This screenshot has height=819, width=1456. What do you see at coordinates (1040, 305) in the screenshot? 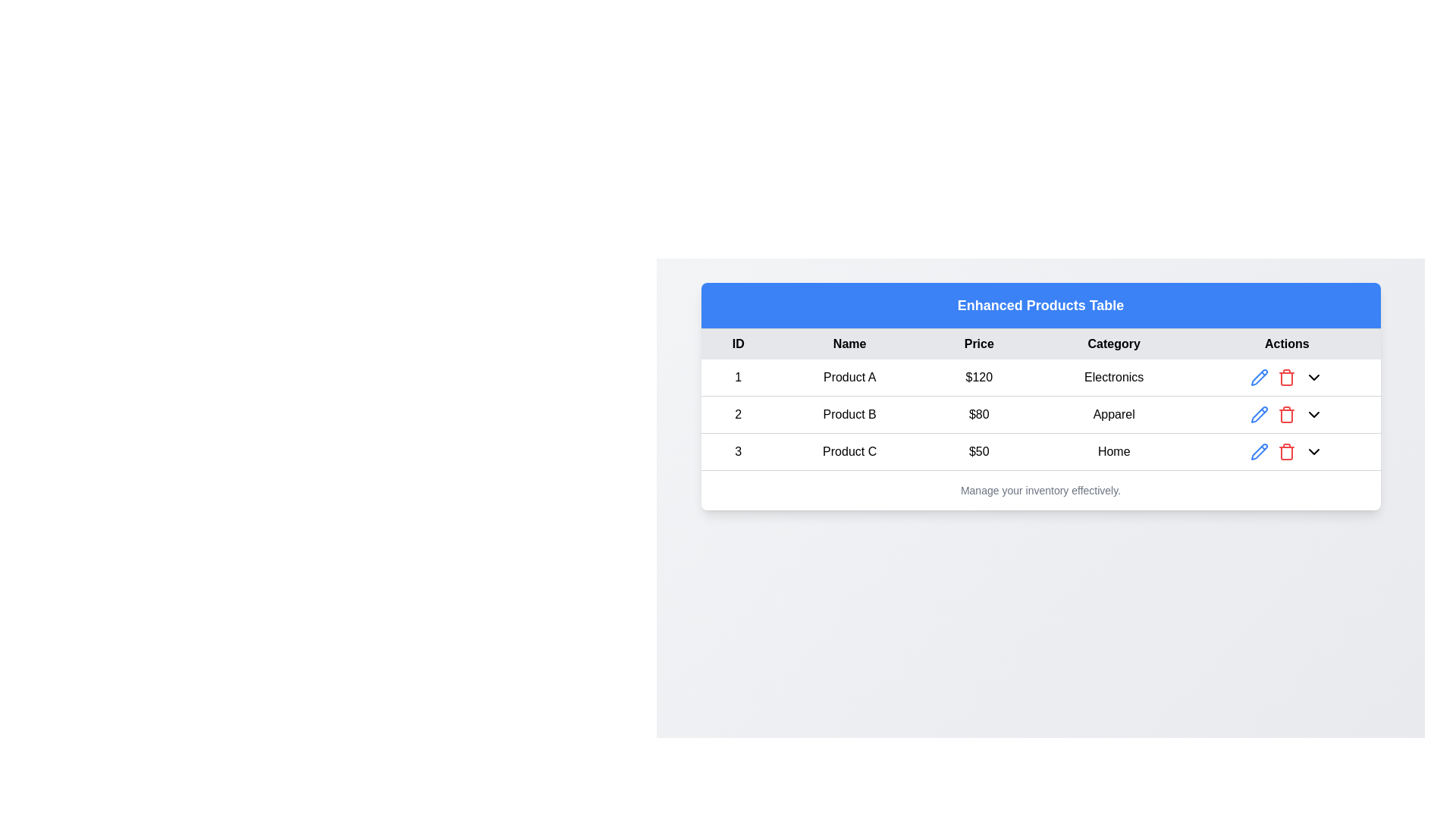
I see `the text label that reads 'Enhanced Products Table', which is styled in bold, large white font centered within a blue background bar at the top of the table` at bounding box center [1040, 305].